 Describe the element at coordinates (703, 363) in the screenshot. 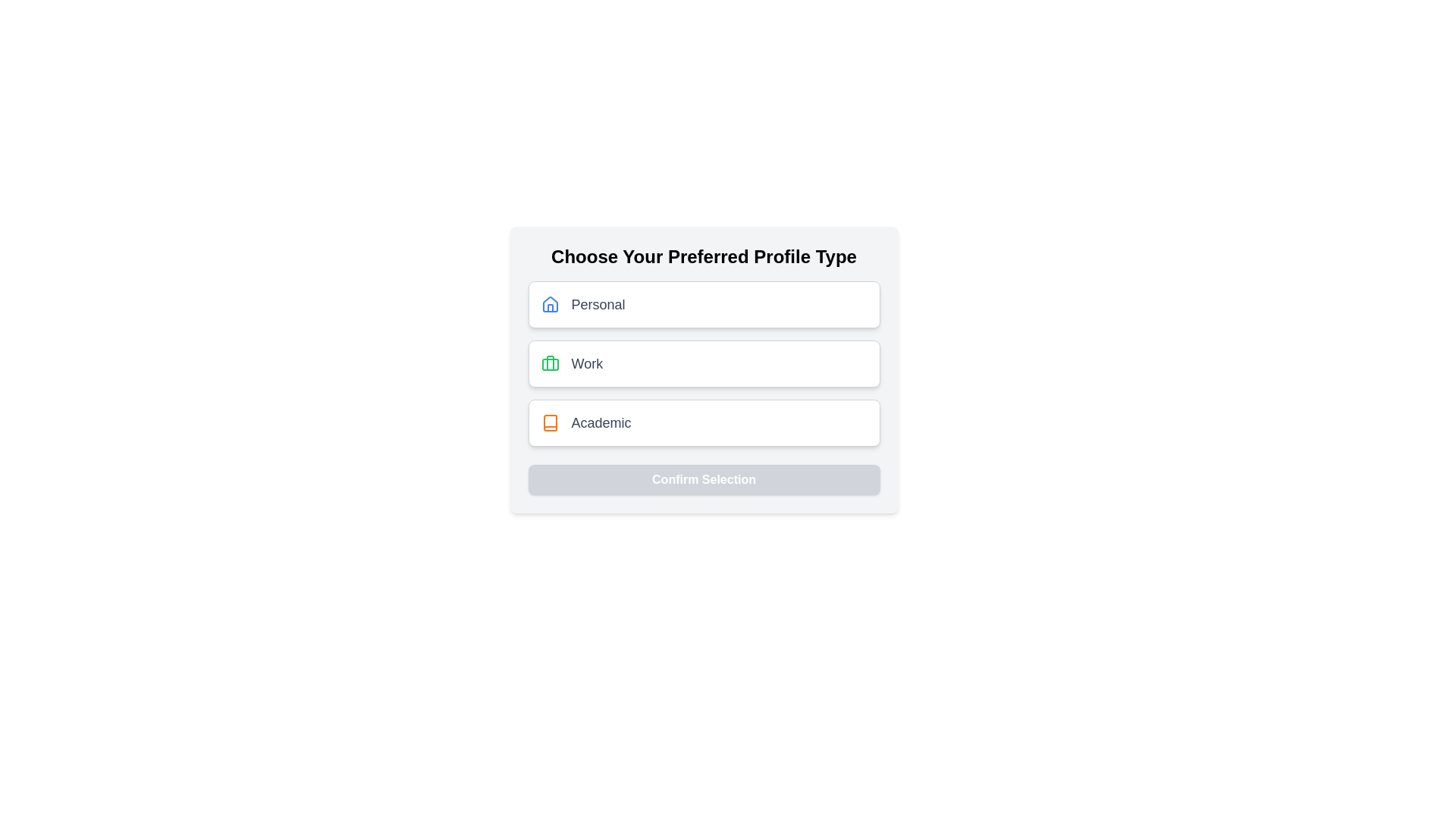

I see `the selectable option with the green briefcase icon and the text 'Work' for keyboard navigation` at that location.